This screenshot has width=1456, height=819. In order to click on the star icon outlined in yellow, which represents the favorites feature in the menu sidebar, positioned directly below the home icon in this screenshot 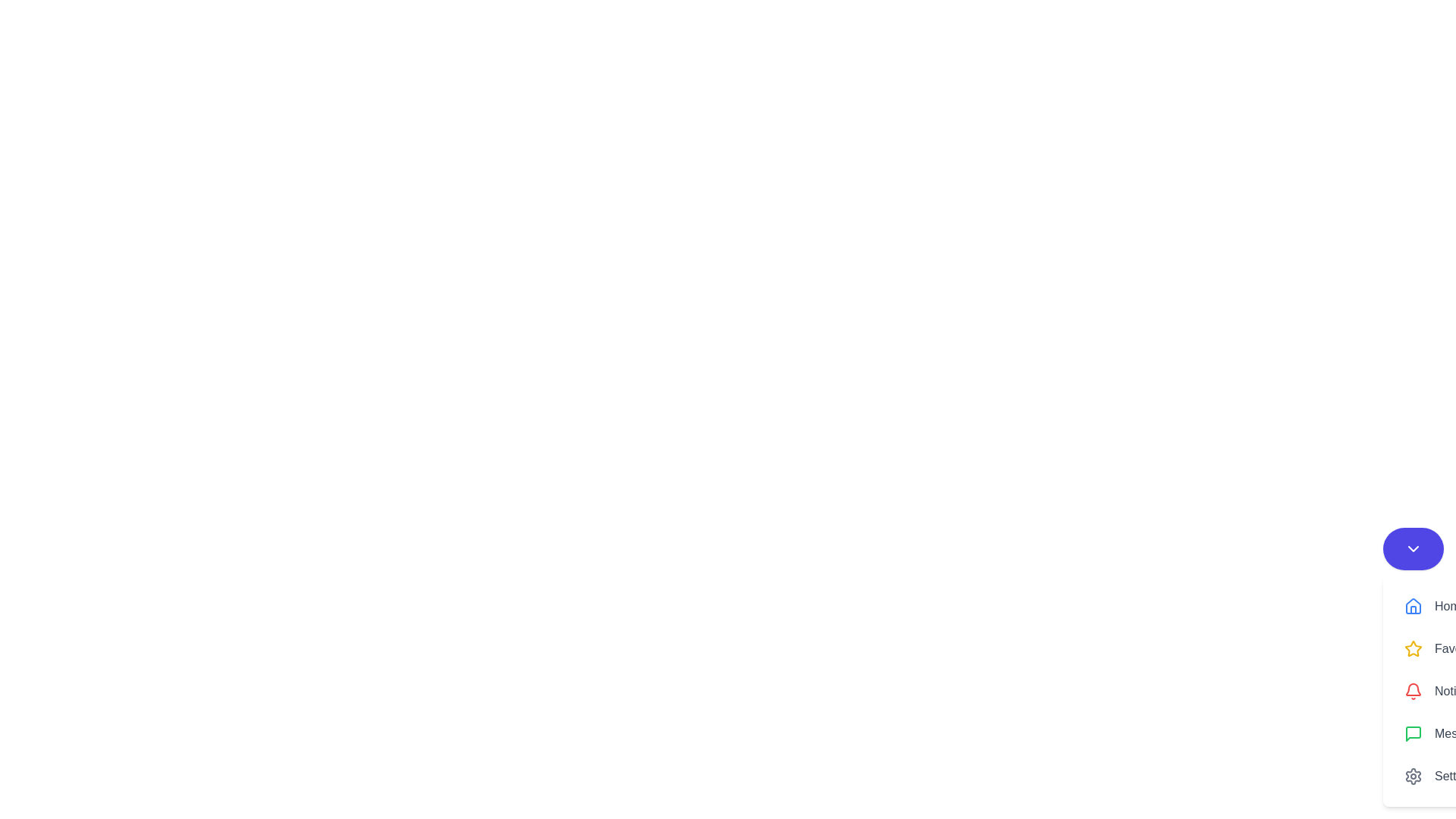, I will do `click(1412, 648)`.